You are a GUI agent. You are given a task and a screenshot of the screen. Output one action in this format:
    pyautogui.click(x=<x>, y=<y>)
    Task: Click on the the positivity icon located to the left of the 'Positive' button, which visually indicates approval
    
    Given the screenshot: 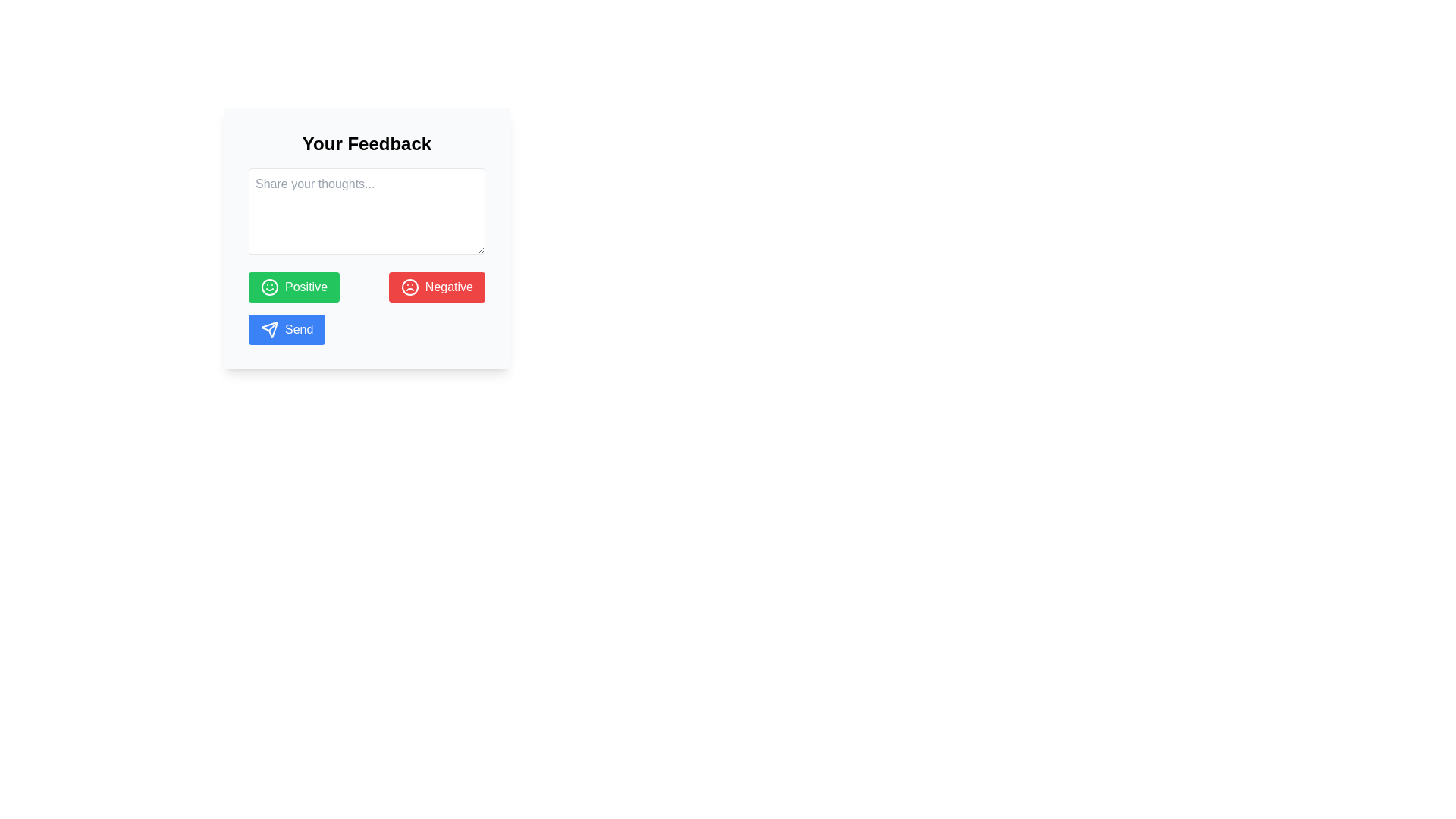 What is the action you would take?
    pyautogui.click(x=269, y=287)
    